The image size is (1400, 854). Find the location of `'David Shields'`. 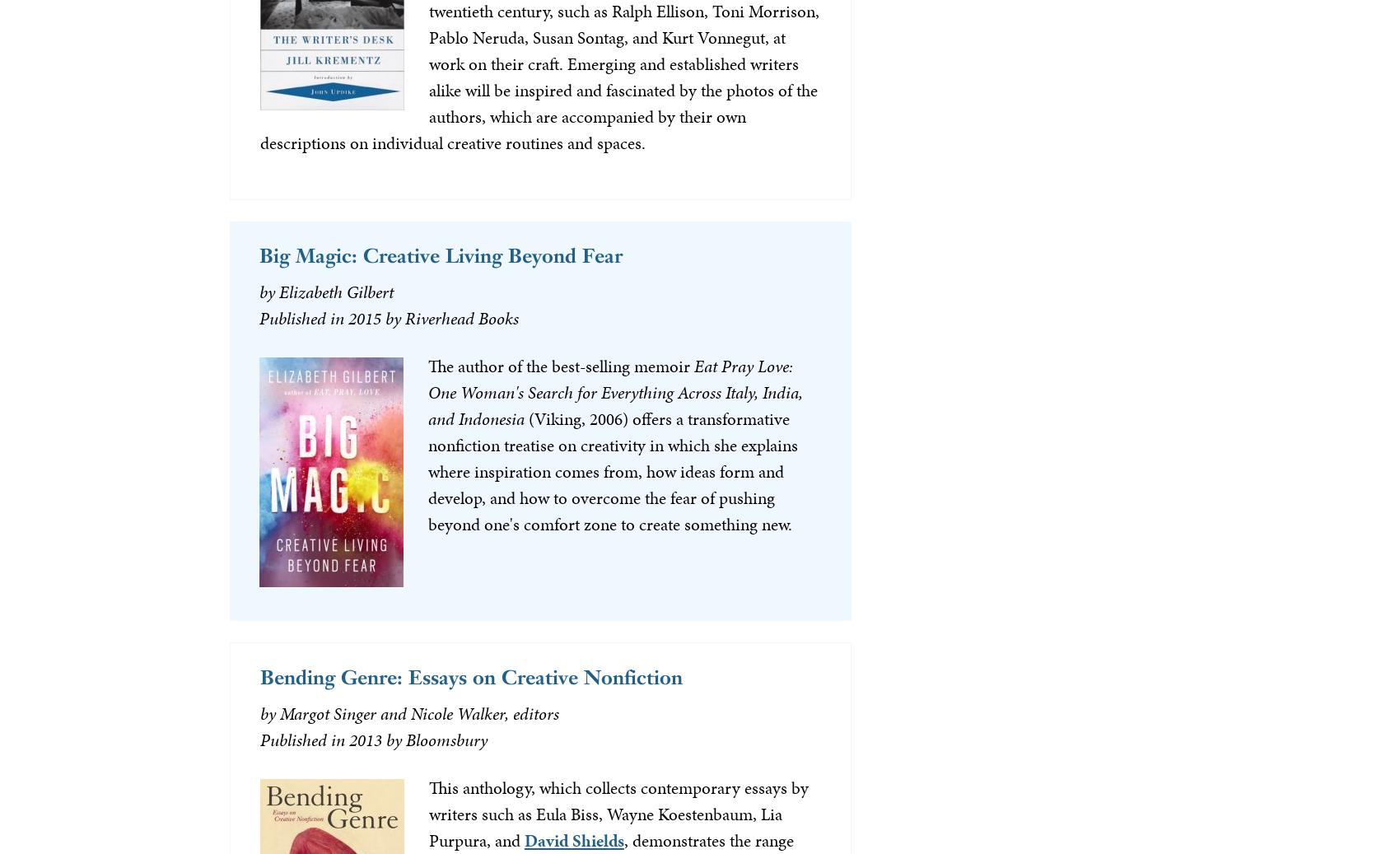

'David Shields' is located at coordinates (573, 839).